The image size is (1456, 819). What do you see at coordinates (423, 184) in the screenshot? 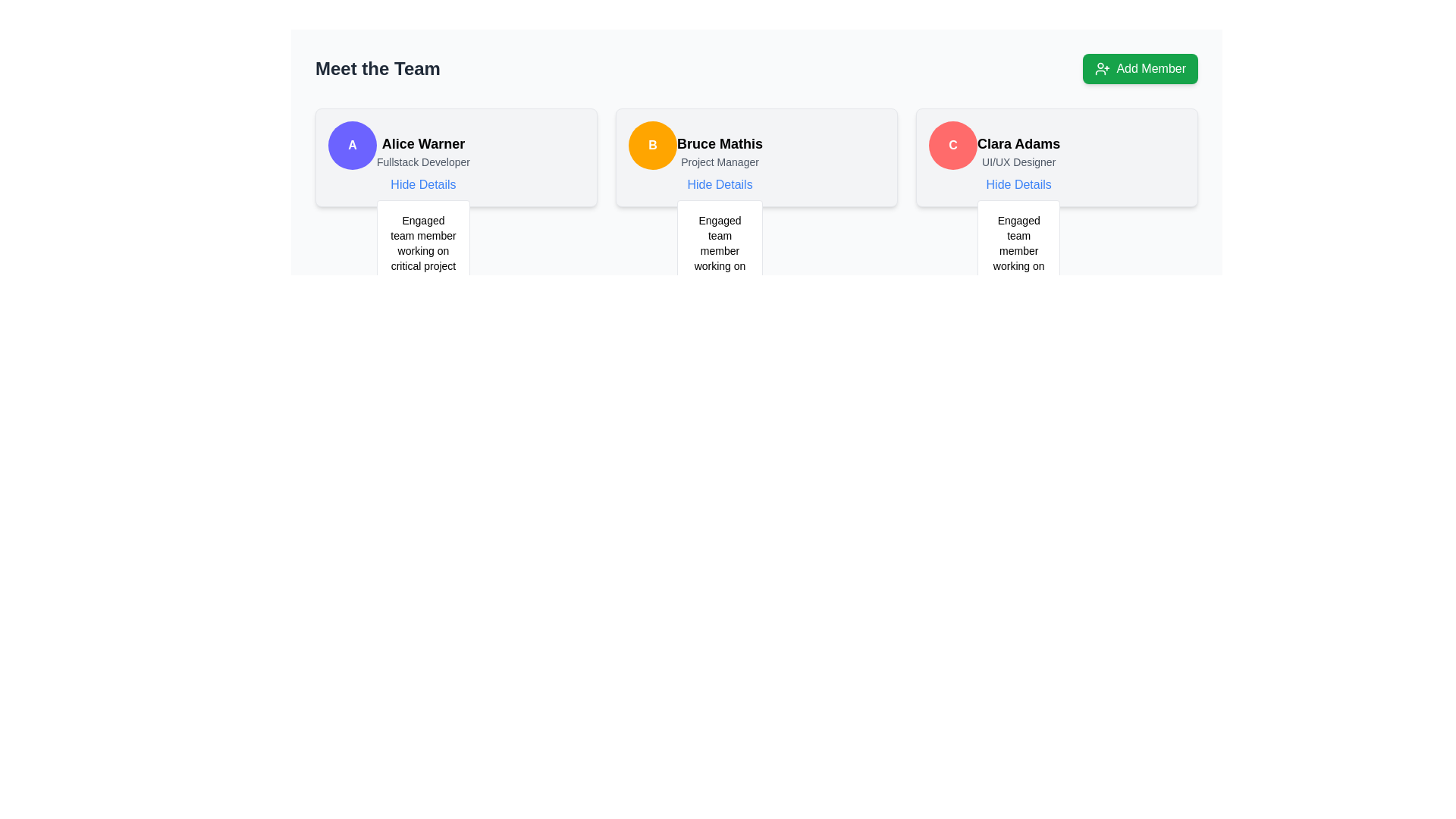
I see `the 'Hide Details' hyperlink styled in blue text, located below the header 'Alice Warner Fullstack Developer'` at bounding box center [423, 184].